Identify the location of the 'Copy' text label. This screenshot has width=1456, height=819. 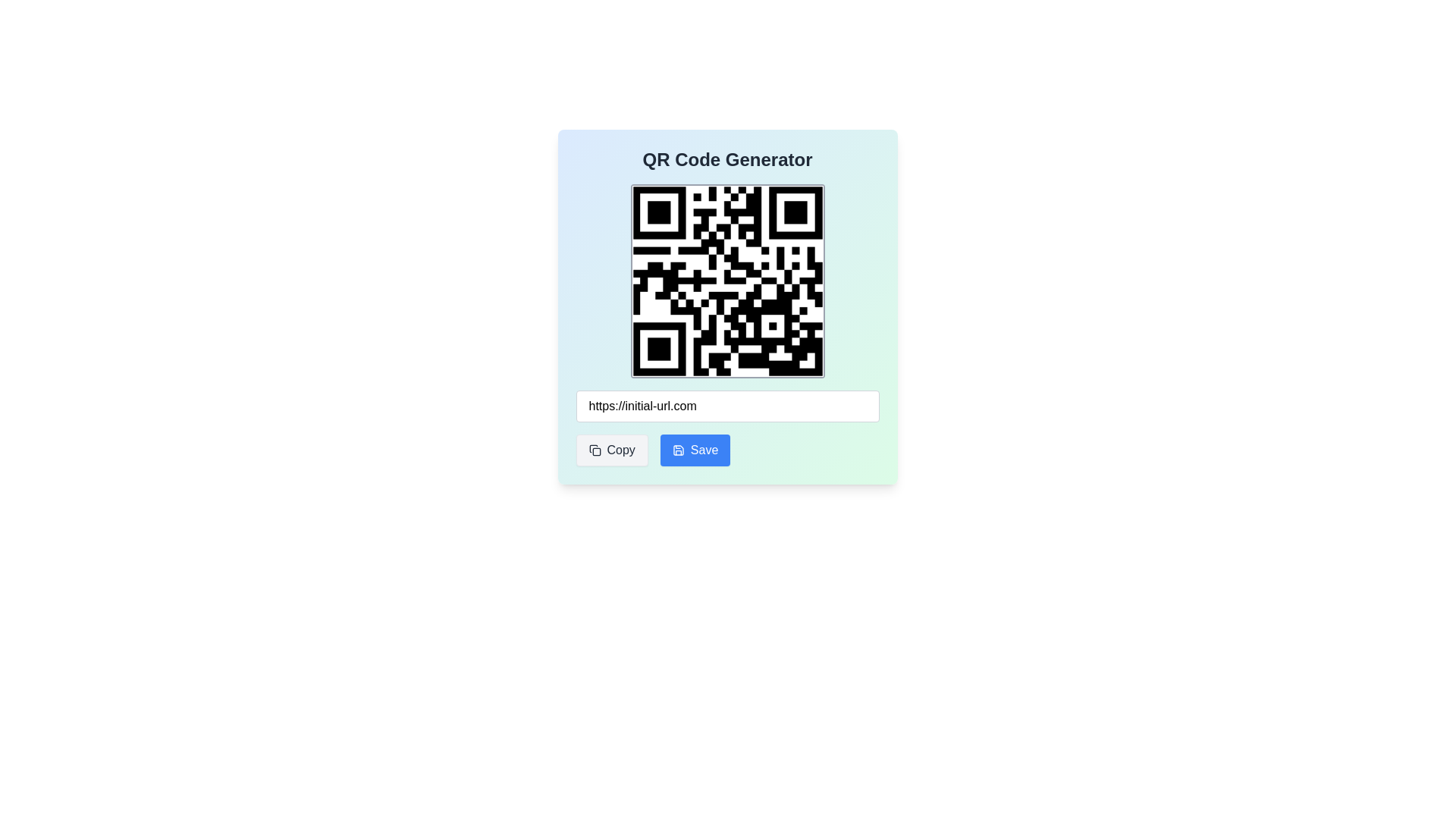
(621, 450).